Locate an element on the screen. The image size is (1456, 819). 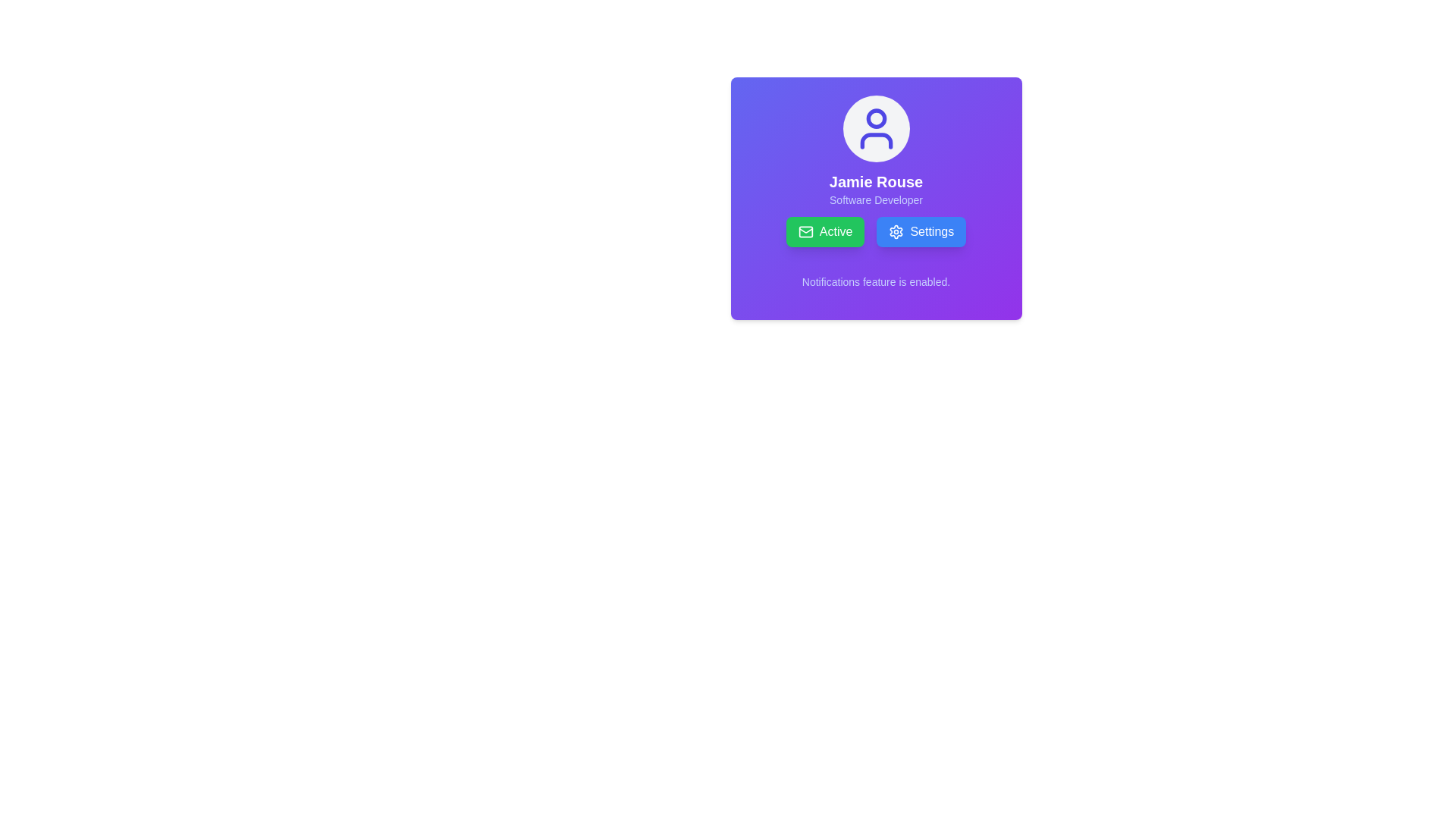
the blue rounded rectangular button labeled 'Settings' is located at coordinates (921, 231).